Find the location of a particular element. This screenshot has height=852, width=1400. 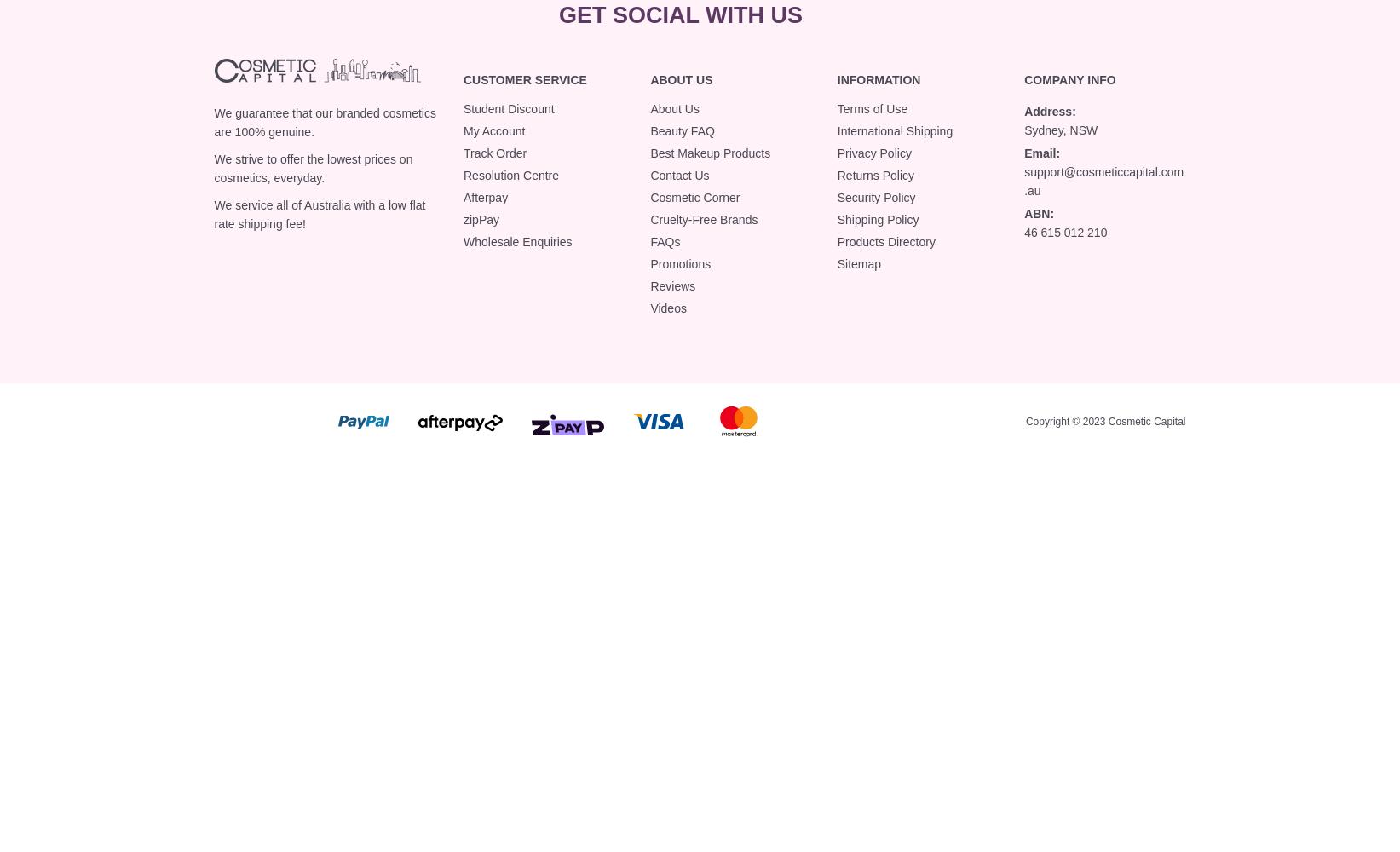

'ABOUT US' is located at coordinates (681, 78).